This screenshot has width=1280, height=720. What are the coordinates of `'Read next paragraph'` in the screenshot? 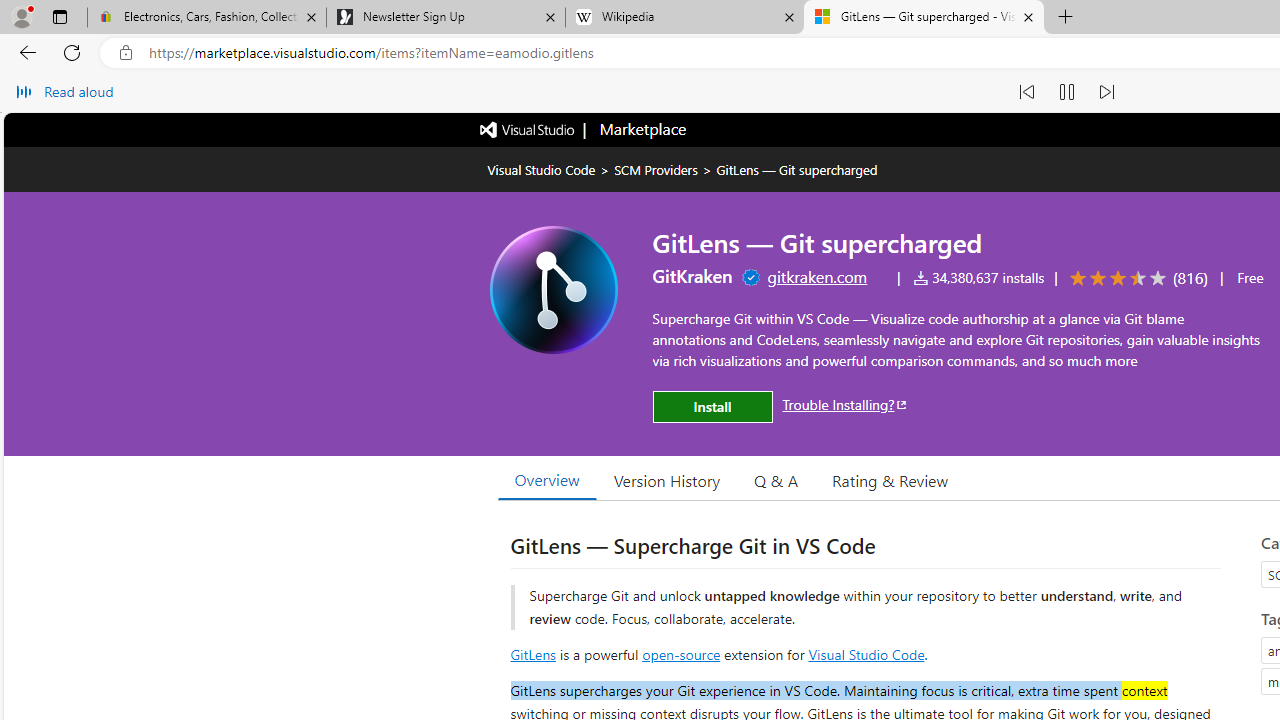 It's located at (1104, 92).